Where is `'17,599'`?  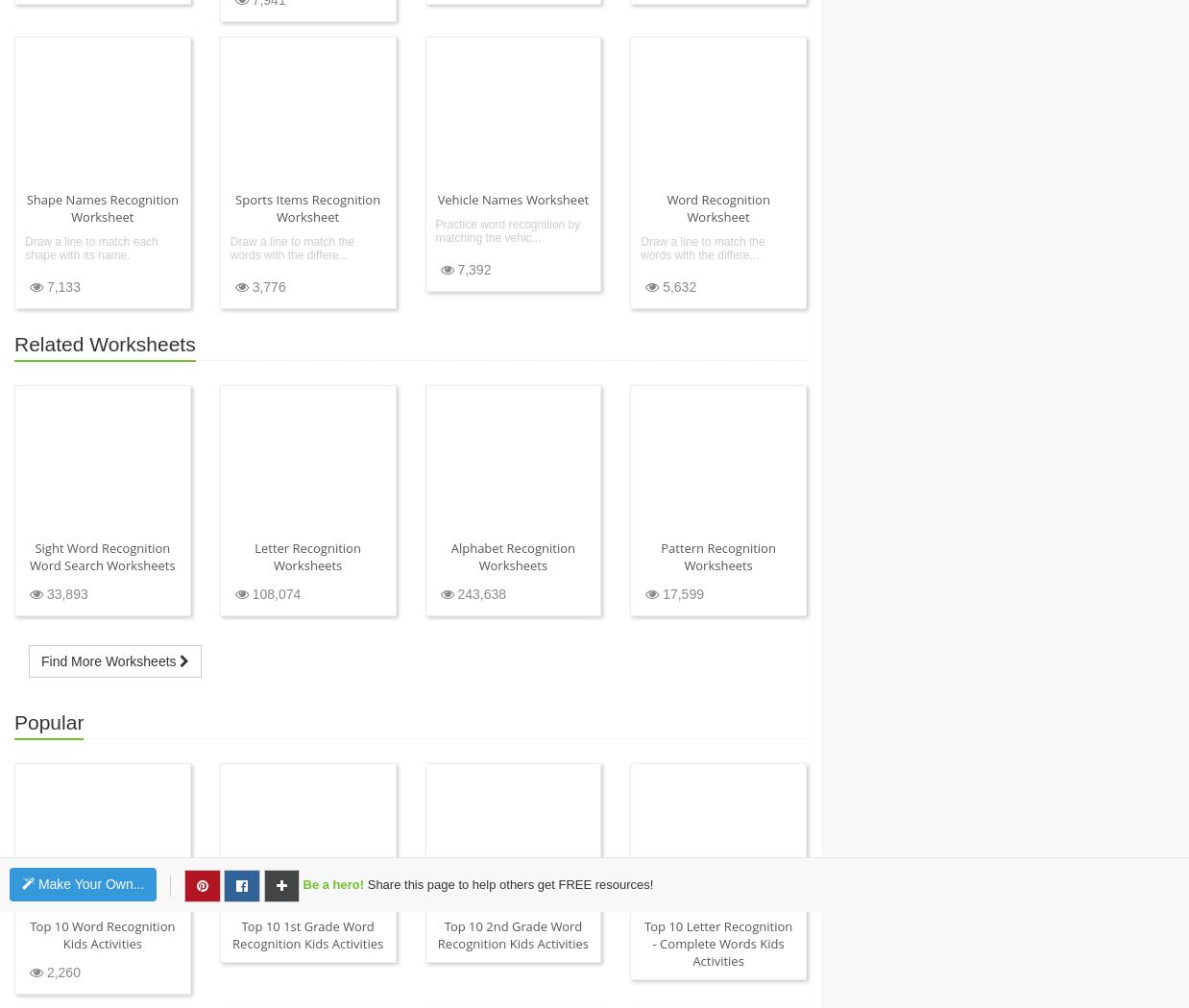
'17,599' is located at coordinates (680, 593).